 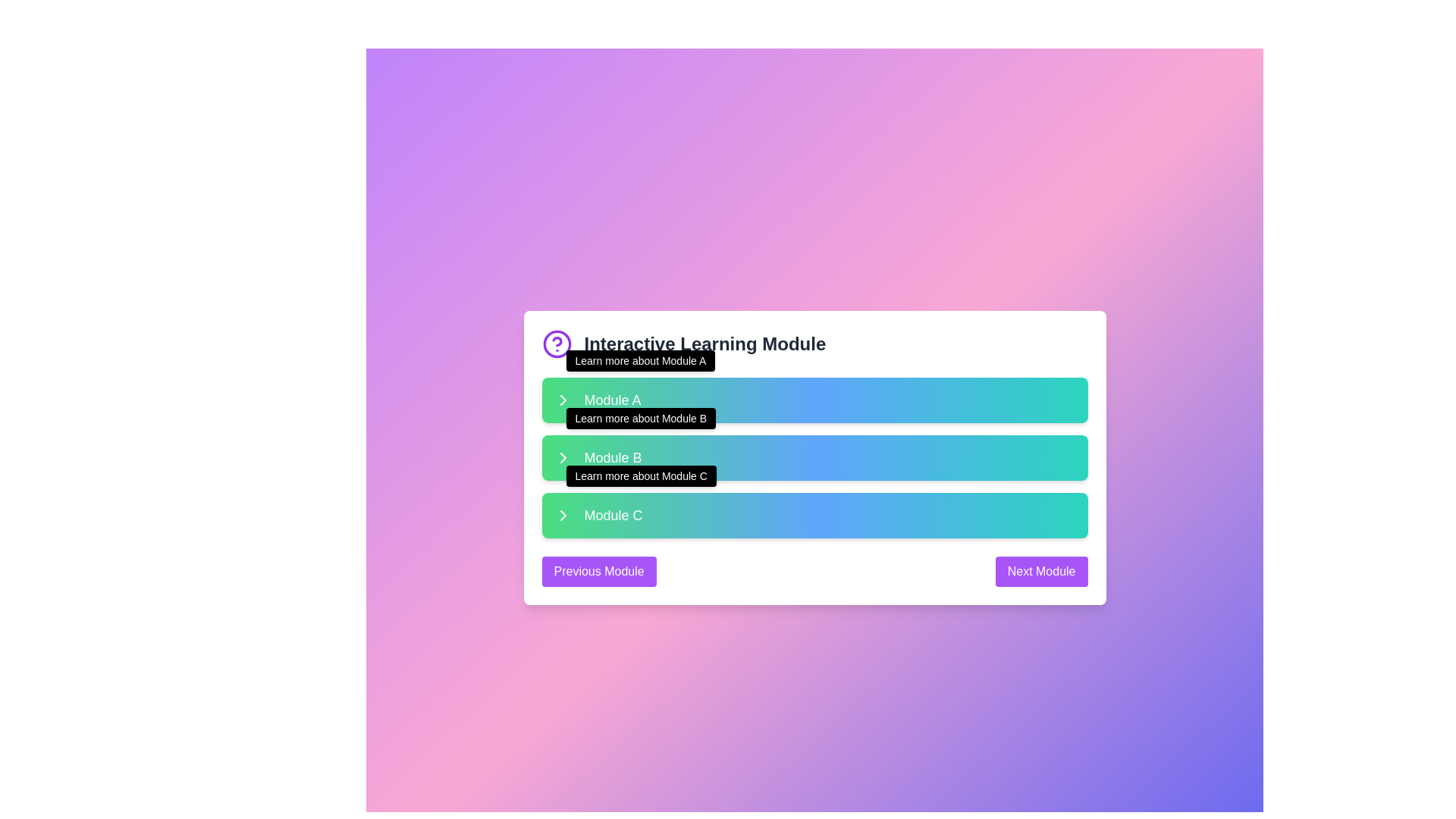 What do you see at coordinates (641, 475) in the screenshot?
I see `the tooltip displaying 'Learn more about Module C', which is positioned above the Module C panel` at bounding box center [641, 475].